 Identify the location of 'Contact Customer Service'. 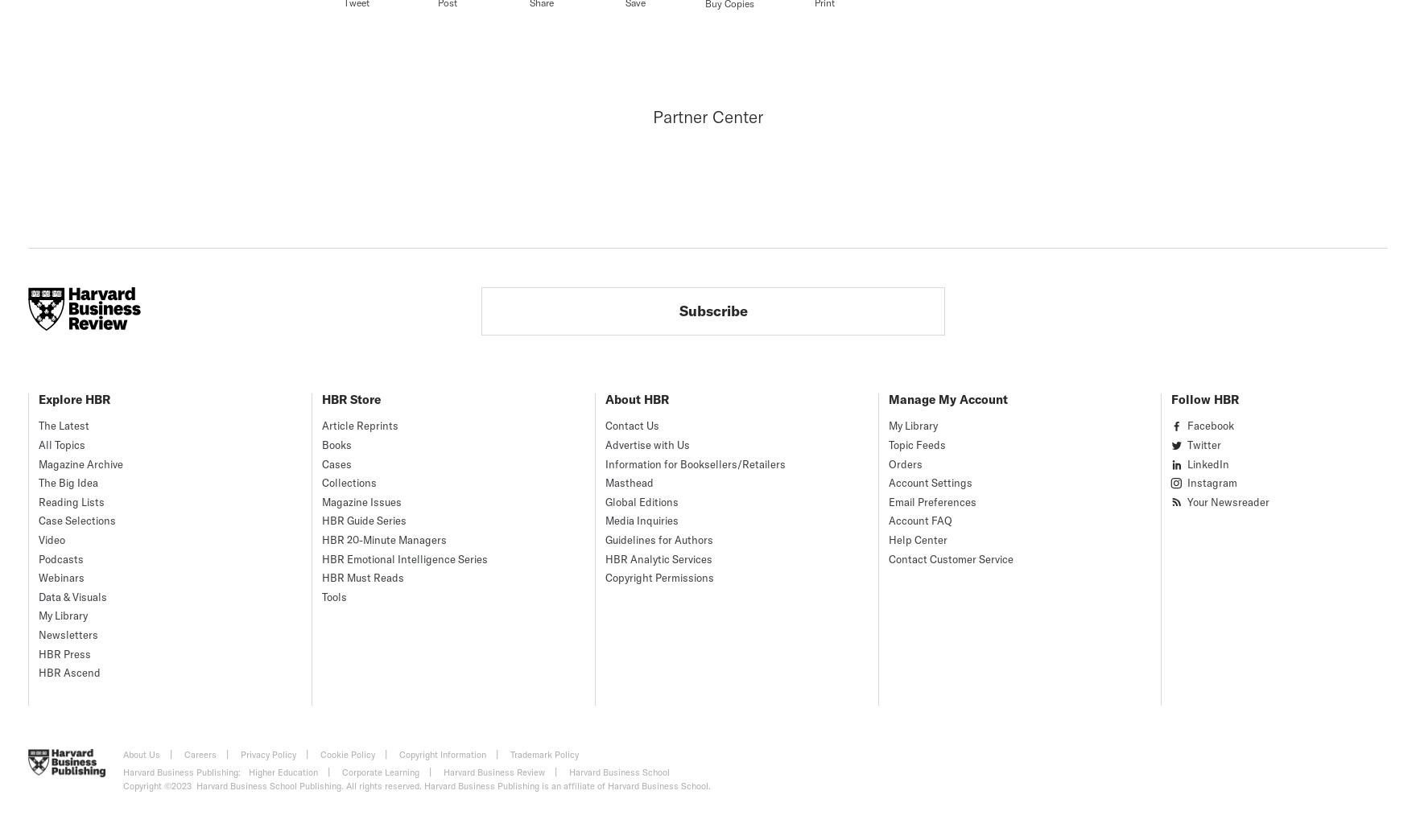
(888, 558).